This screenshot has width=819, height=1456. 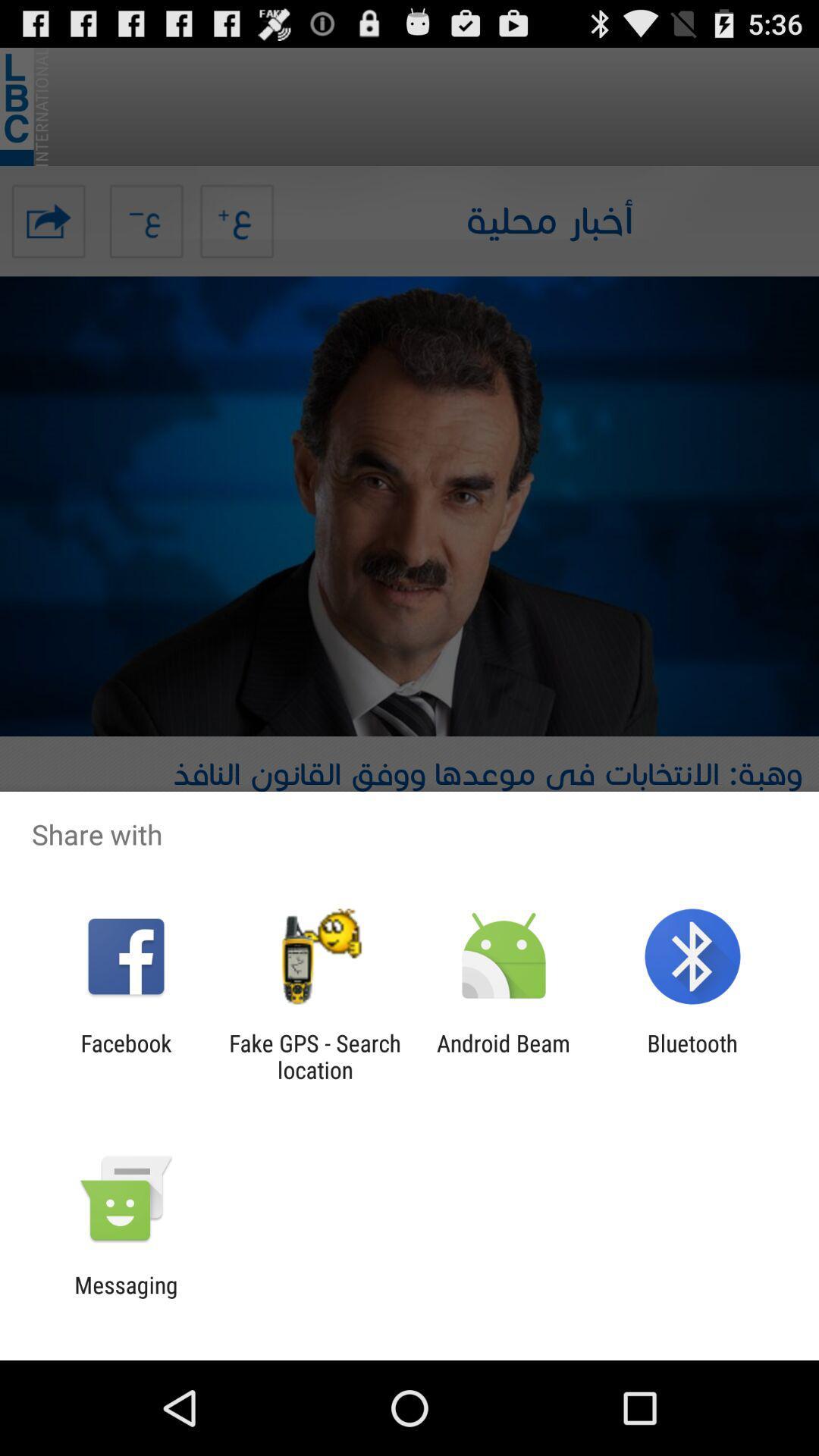 What do you see at coordinates (314, 1056) in the screenshot?
I see `fake gps search icon` at bounding box center [314, 1056].